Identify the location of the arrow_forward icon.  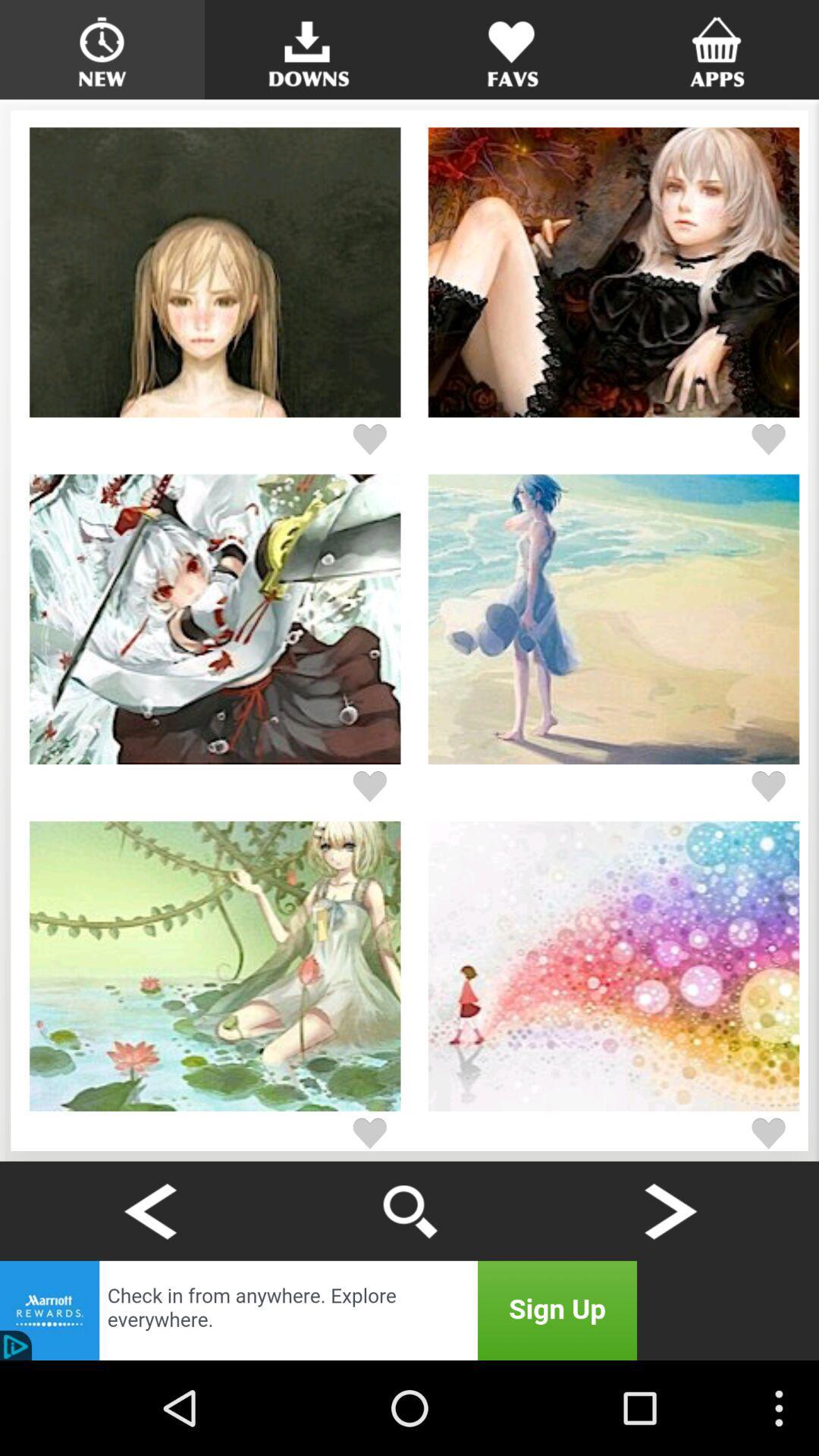
(669, 1295).